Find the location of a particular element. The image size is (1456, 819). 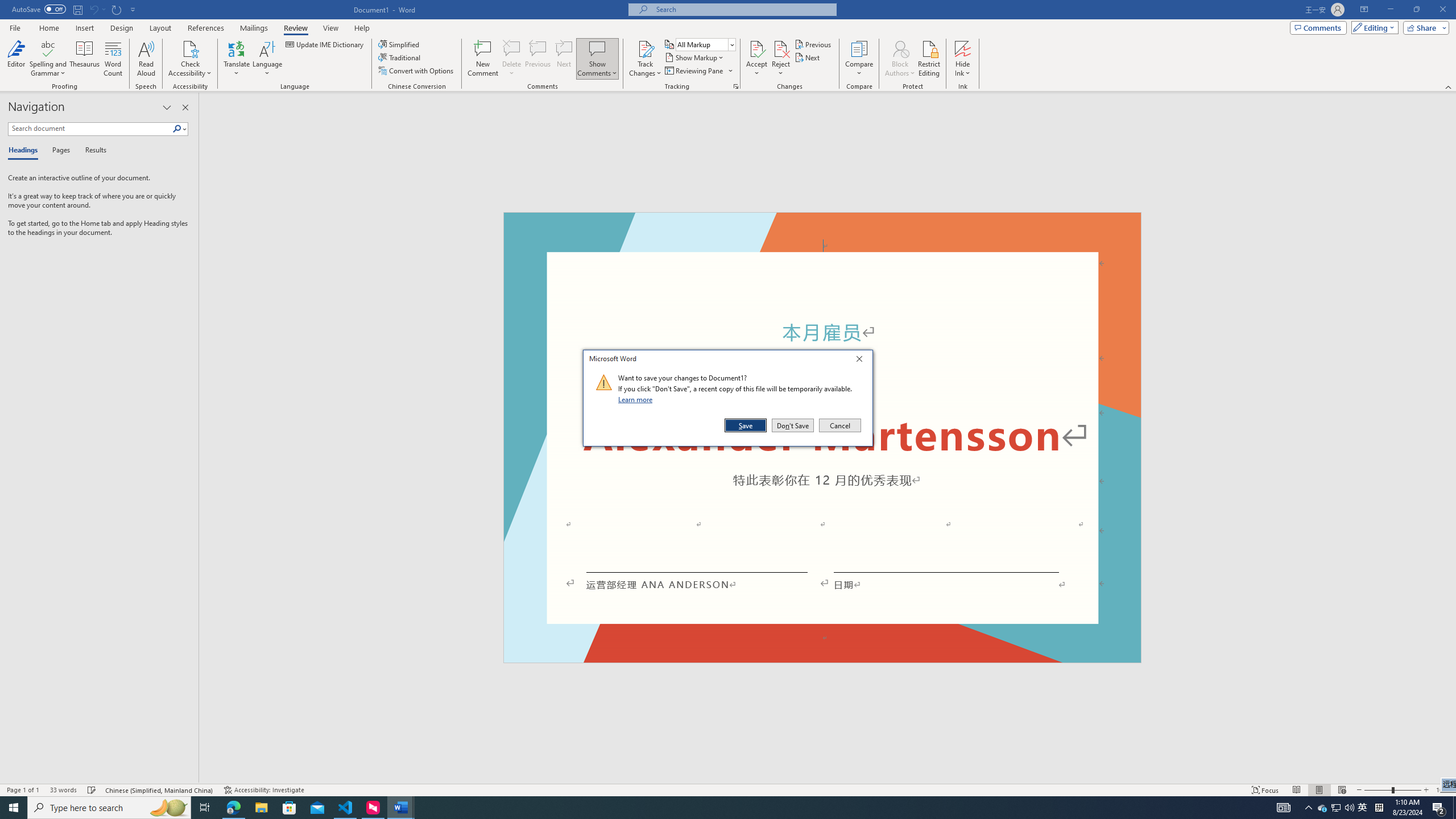

'Save' is located at coordinates (746, 425).